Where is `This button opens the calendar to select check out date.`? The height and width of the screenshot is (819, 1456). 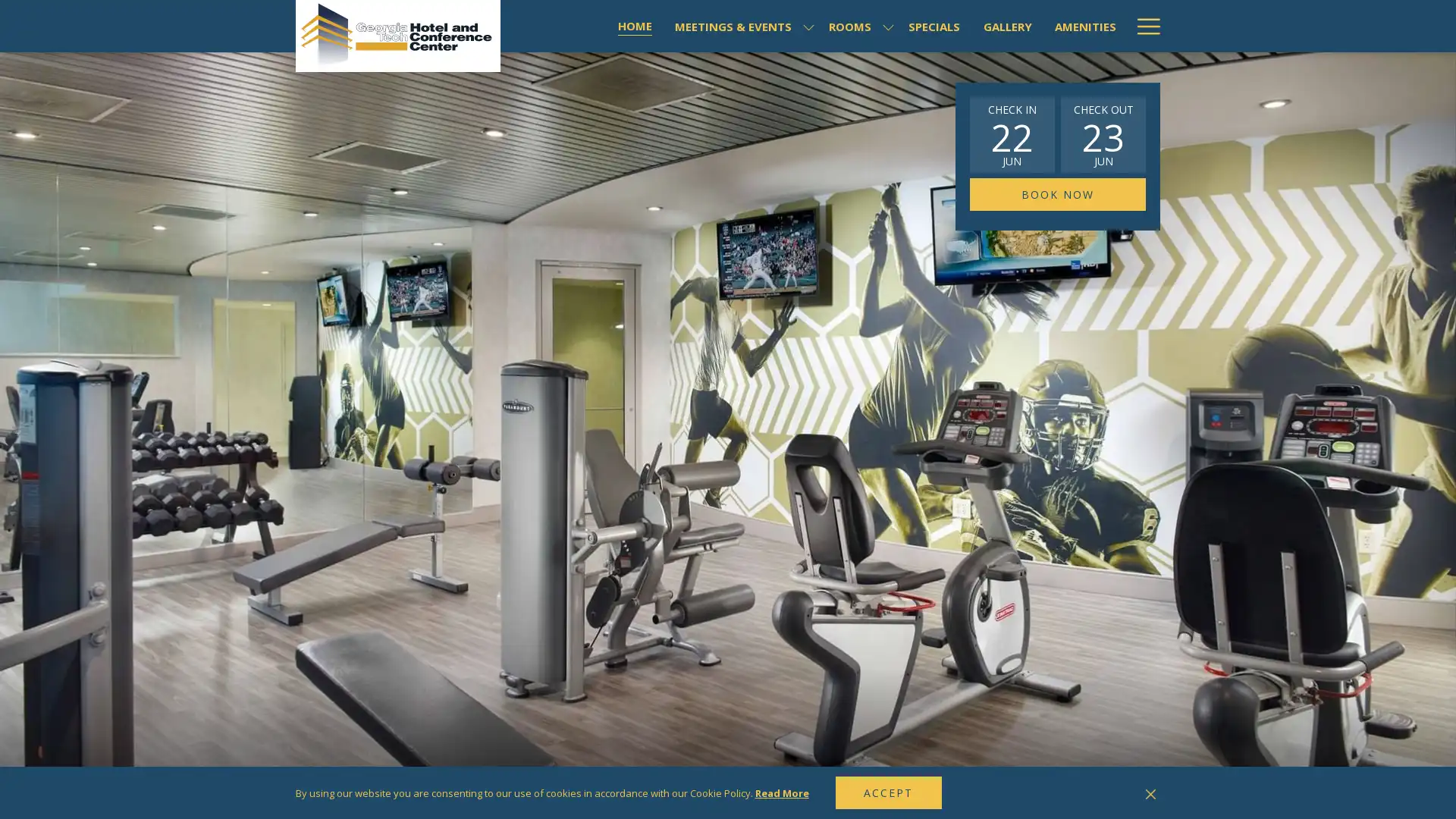
This button opens the calendar to select check out date. is located at coordinates (1103, 133).